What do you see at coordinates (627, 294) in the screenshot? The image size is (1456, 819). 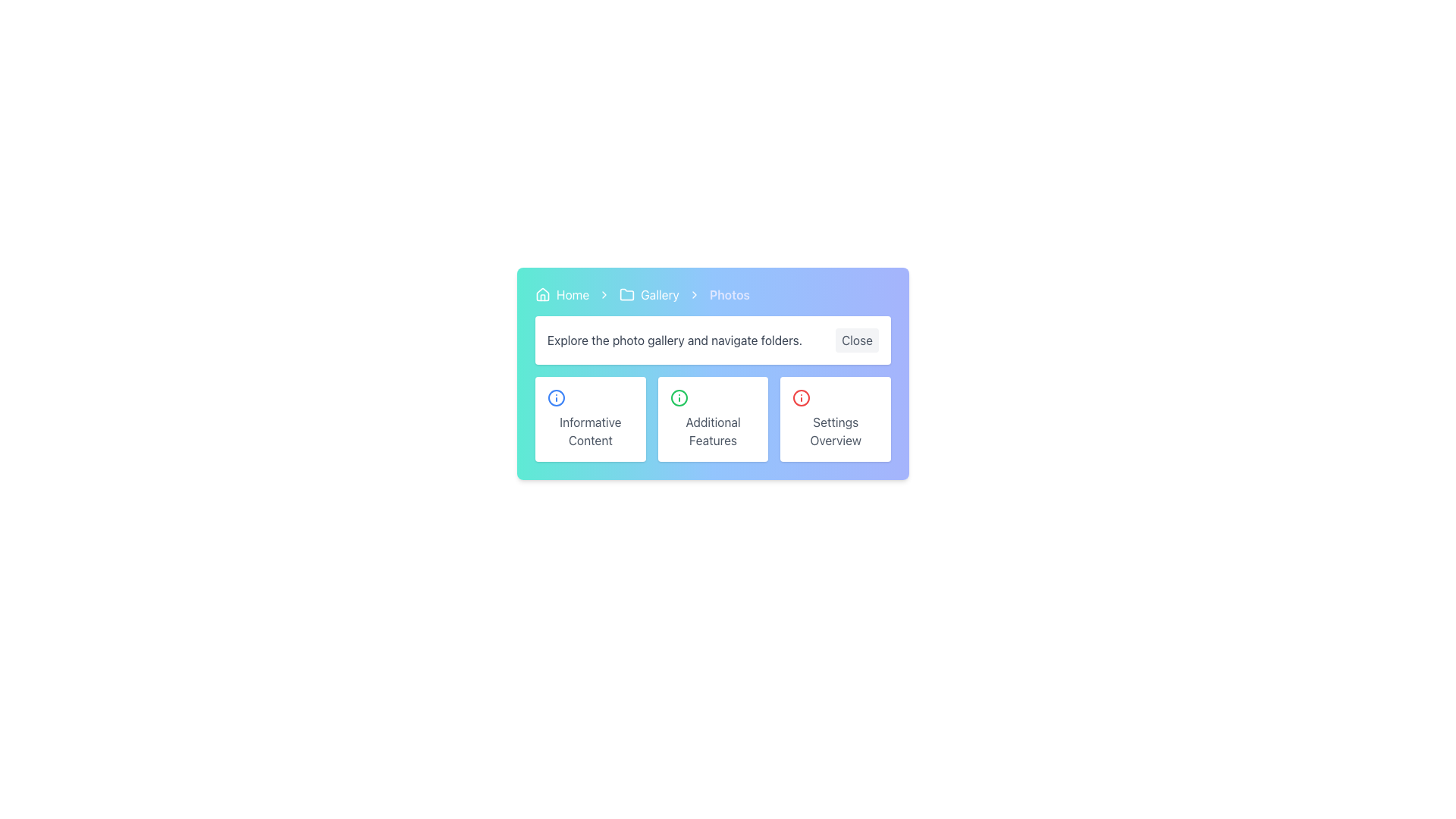 I see `the Graphic icon (folder icon) representing the 'Gallery' step in the breadcrumb navigation bar, located between 'Home' and 'Photos'` at bounding box center [627, 294].